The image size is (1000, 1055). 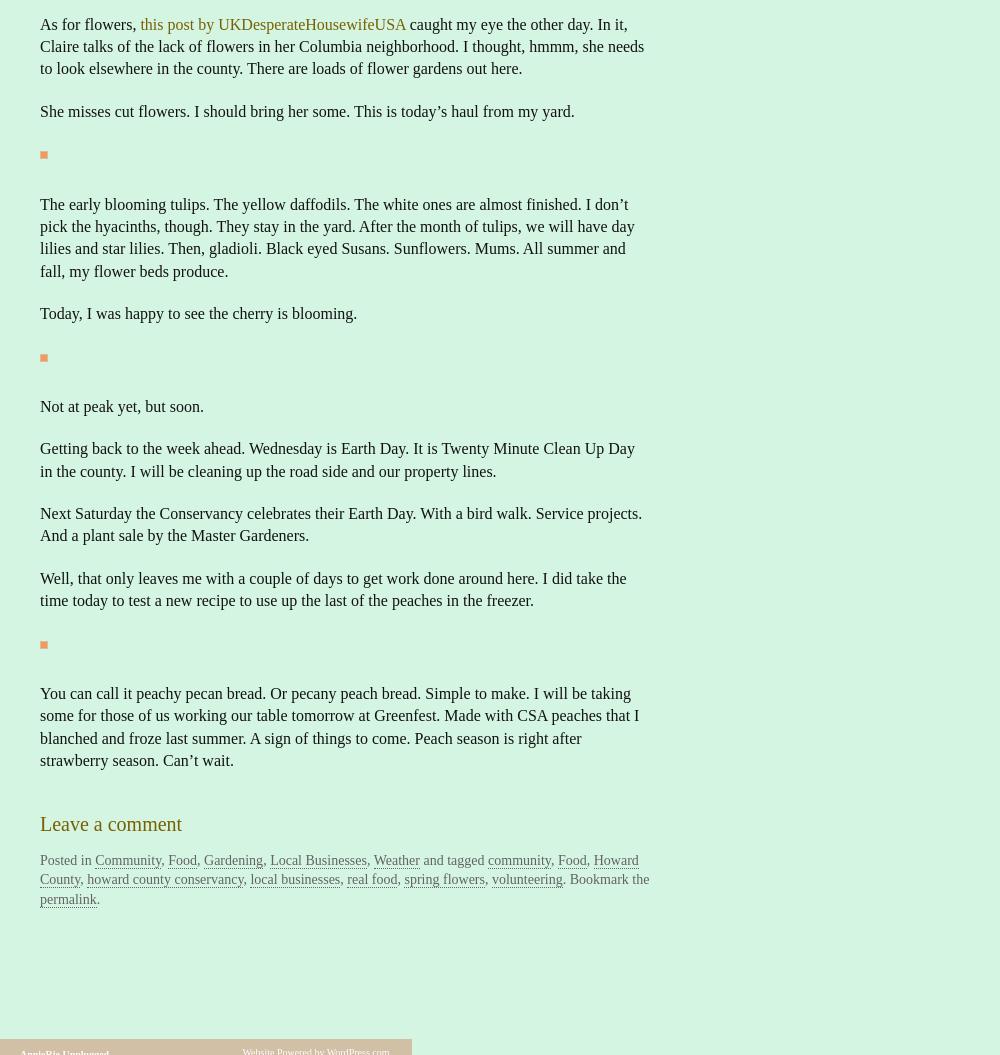 What do you see at coordinates (165, 879) in the screenshot?
I see `'howard county conservancy'` at bounding box center [165, 879].